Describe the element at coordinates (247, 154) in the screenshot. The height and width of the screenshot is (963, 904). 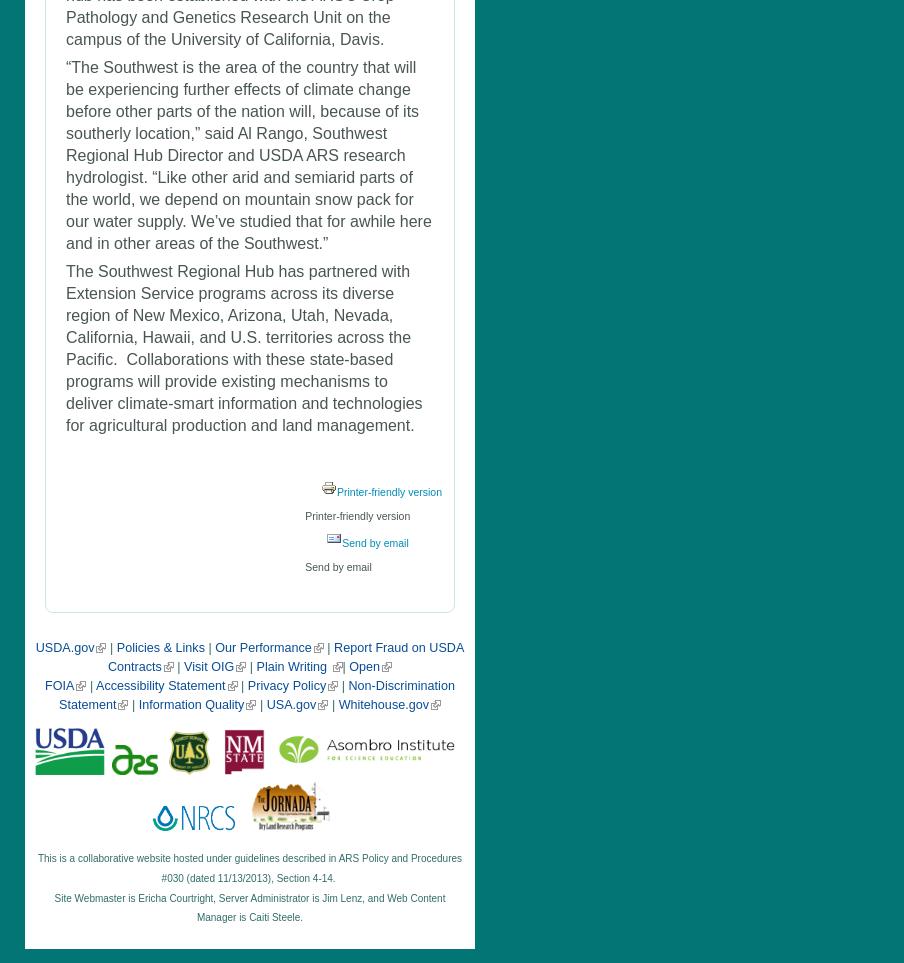
I see `'“The Southwest is the area of the country that will be experiencing further effects of climate change before other parts of the nation will, because of its southerly location,” said Al Rango, Southwest Regional Hub Director and USDA ARS research hydrologist. “Like other arid and semiarid parts of the world, we depend on mountain snow pack for our water supply. We’ve studied that for awhile here and in other areas of the Southwest.”'` at that location.